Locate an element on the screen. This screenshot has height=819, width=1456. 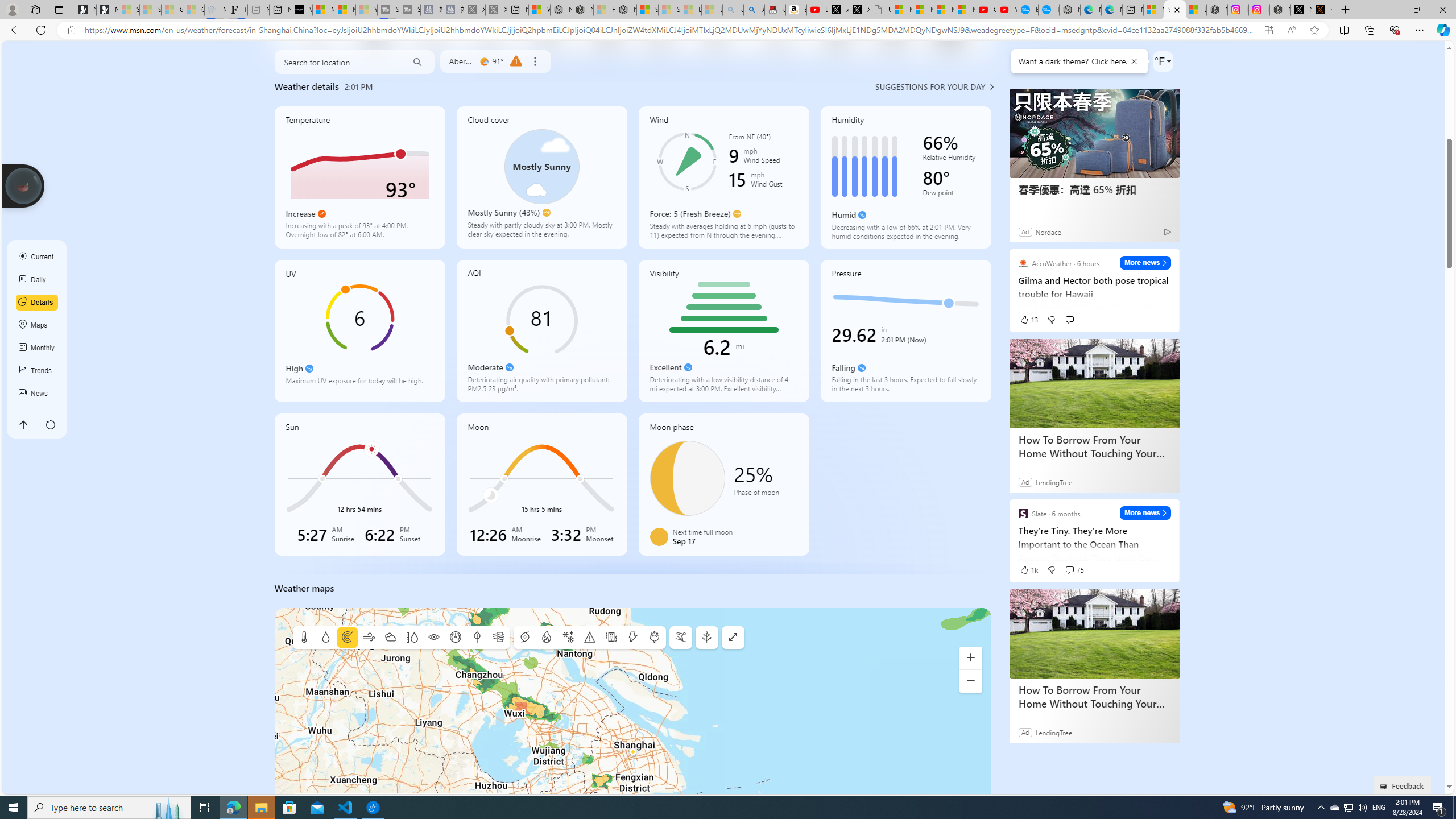
'E-tree' is located at coordinates (706, 638).